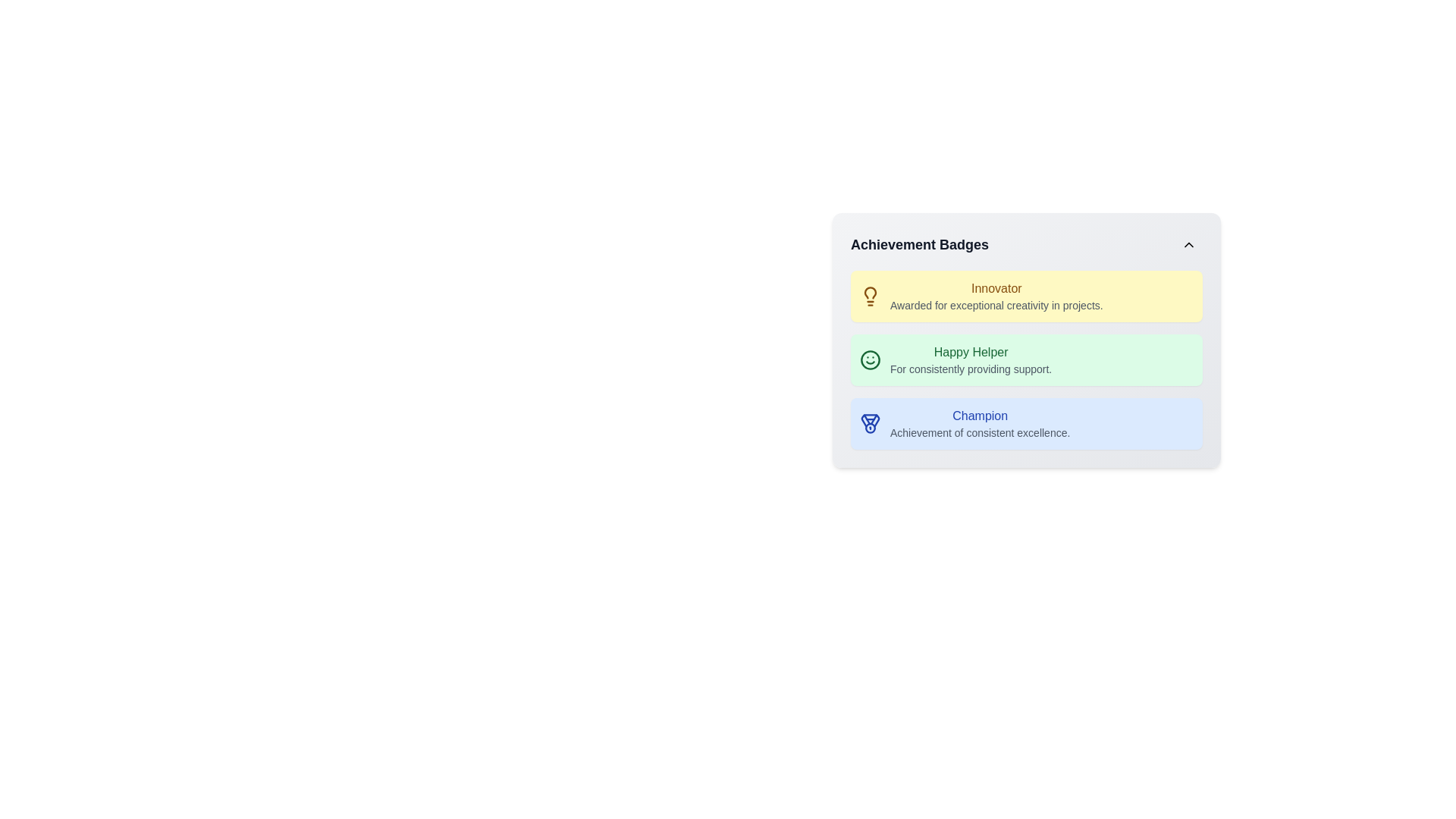  I want to click on the 'Champion' award icon located at the leftmost side of the blue-highlighted card, which is the last card in a vertical stack, so click(870, 424).